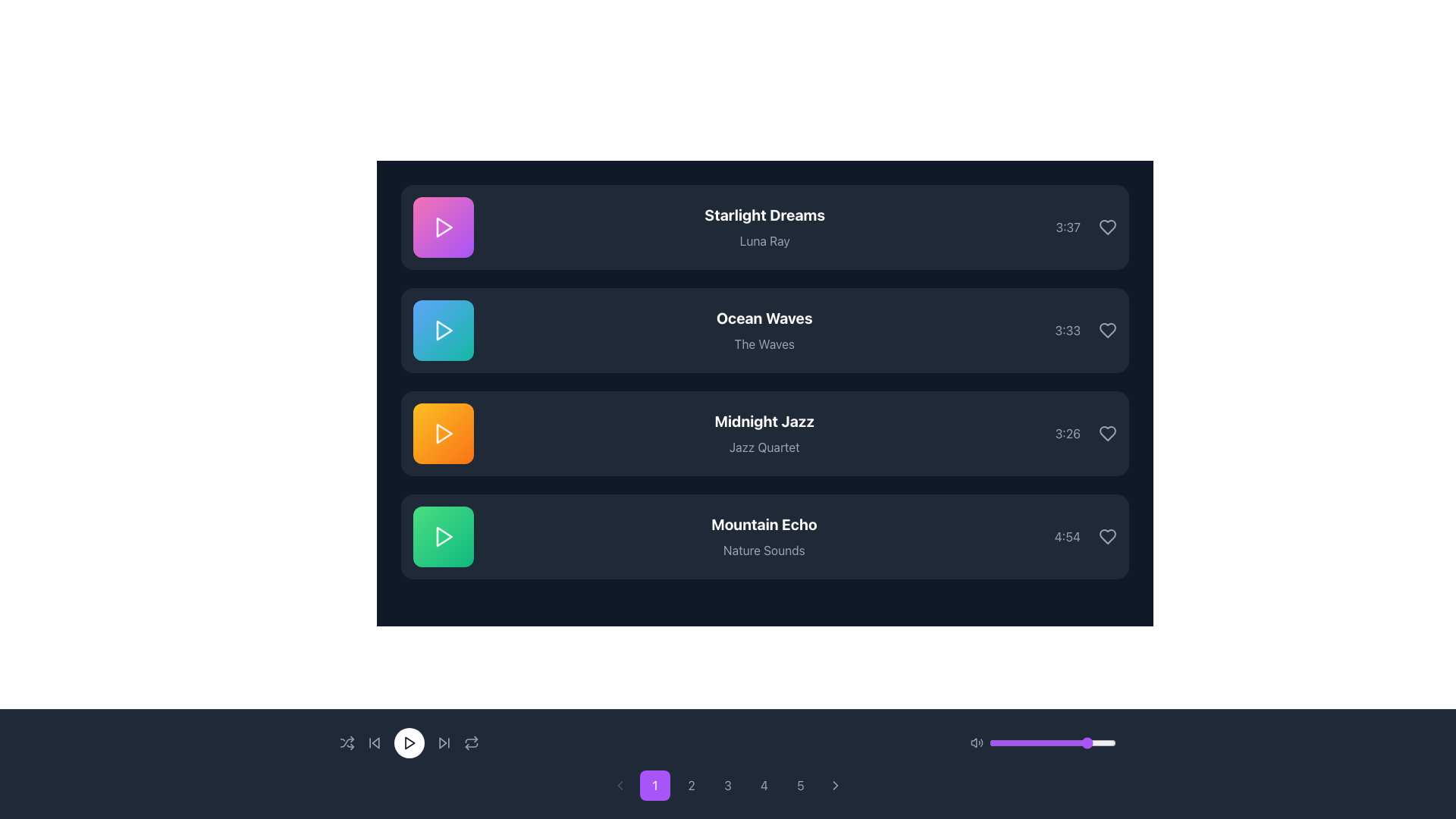 The height and width of the screenshot is (819, 1456). Describe the element at coordinates (1035, 742) in the screenshot. I see `the slider` at that location.